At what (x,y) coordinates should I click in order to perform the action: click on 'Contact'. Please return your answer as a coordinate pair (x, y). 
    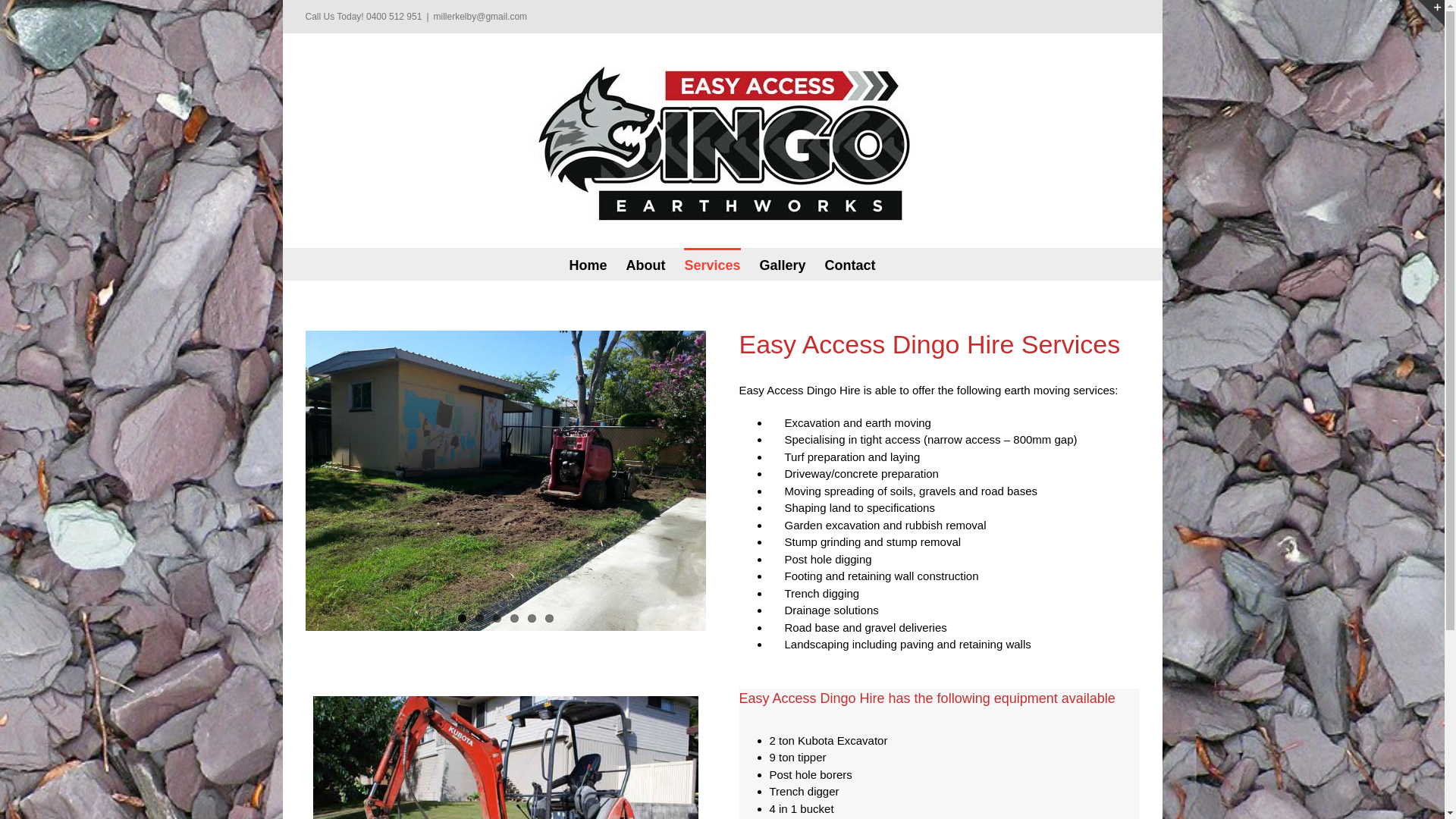
    Looking at the image, I should click on (850, 263).